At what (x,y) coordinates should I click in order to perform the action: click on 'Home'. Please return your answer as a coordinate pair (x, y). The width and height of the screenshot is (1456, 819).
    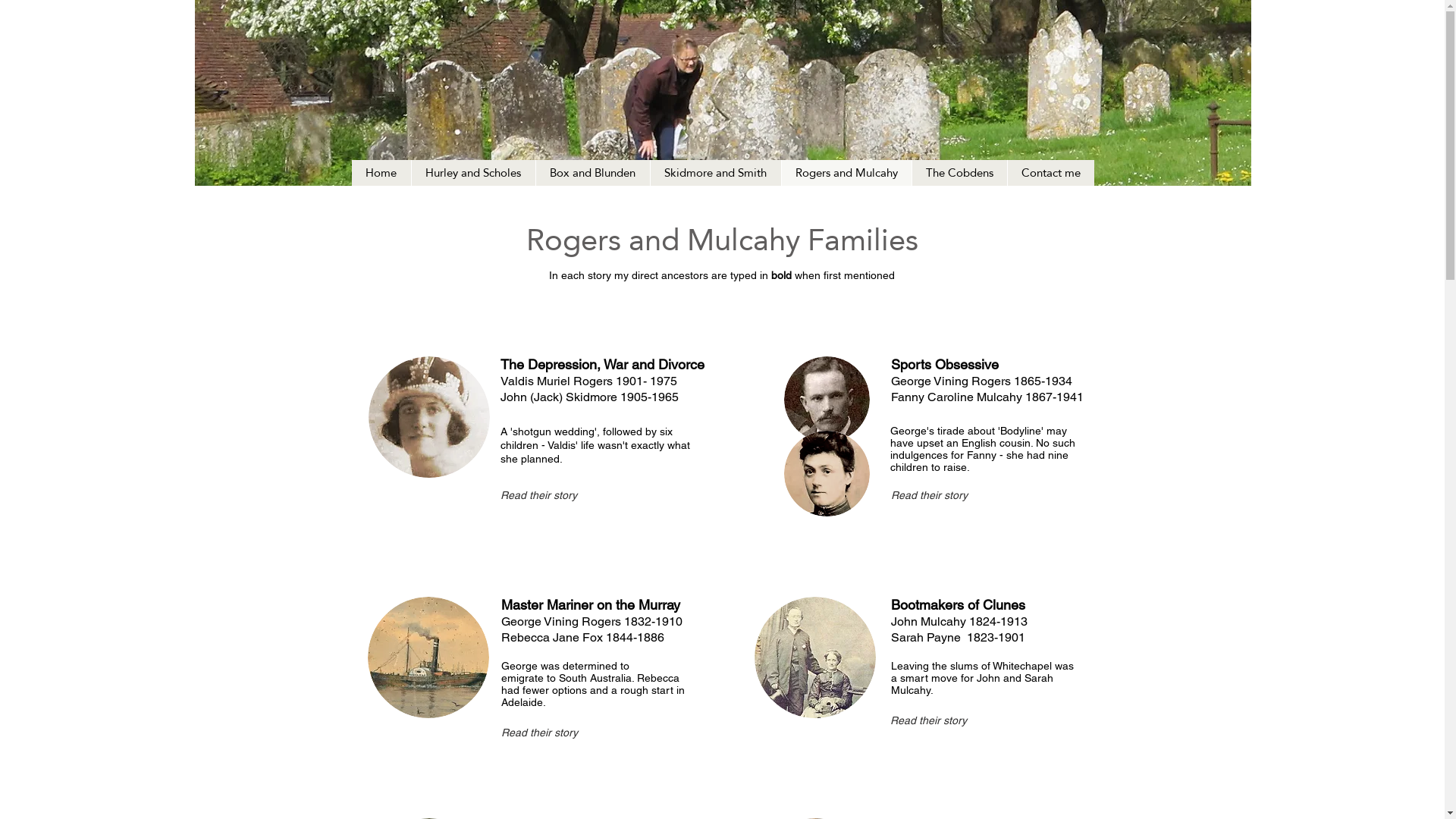
    Looking at the image, I should click on (351, 171).